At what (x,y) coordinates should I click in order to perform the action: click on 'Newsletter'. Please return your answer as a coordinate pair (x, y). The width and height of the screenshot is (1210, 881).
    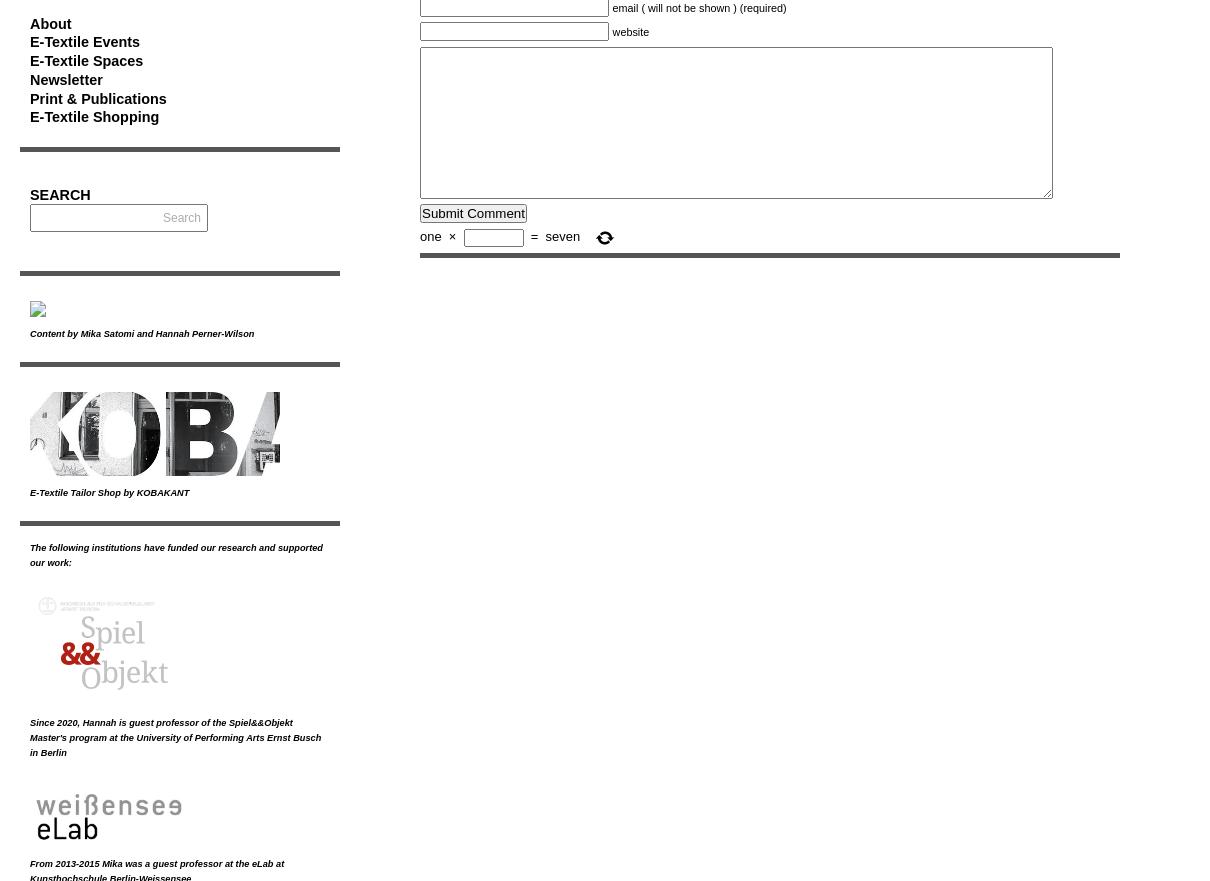
    Looking at the image, I should click on (64, 78).